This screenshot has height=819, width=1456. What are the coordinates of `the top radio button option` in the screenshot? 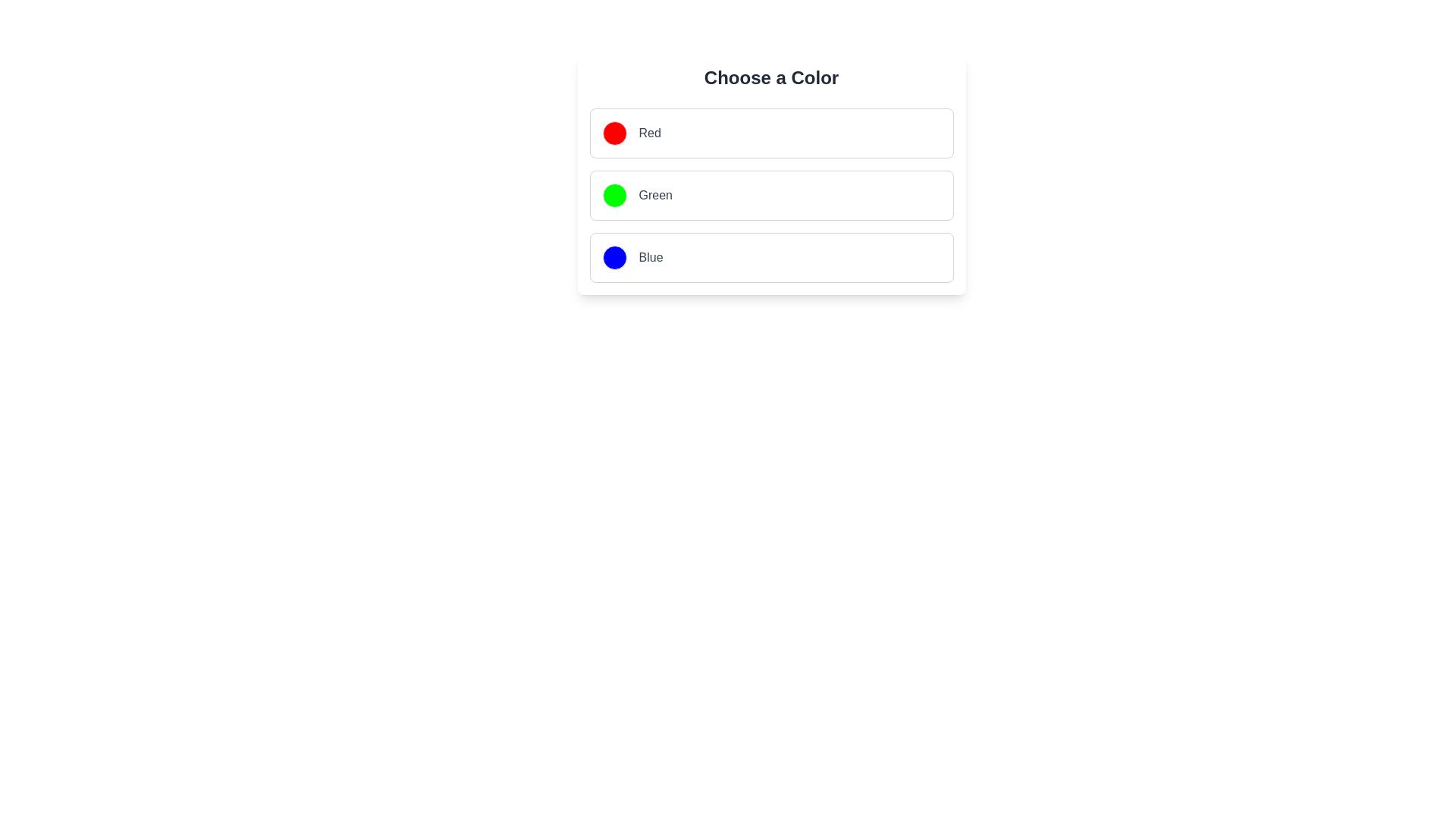 It's located at (771, 133).